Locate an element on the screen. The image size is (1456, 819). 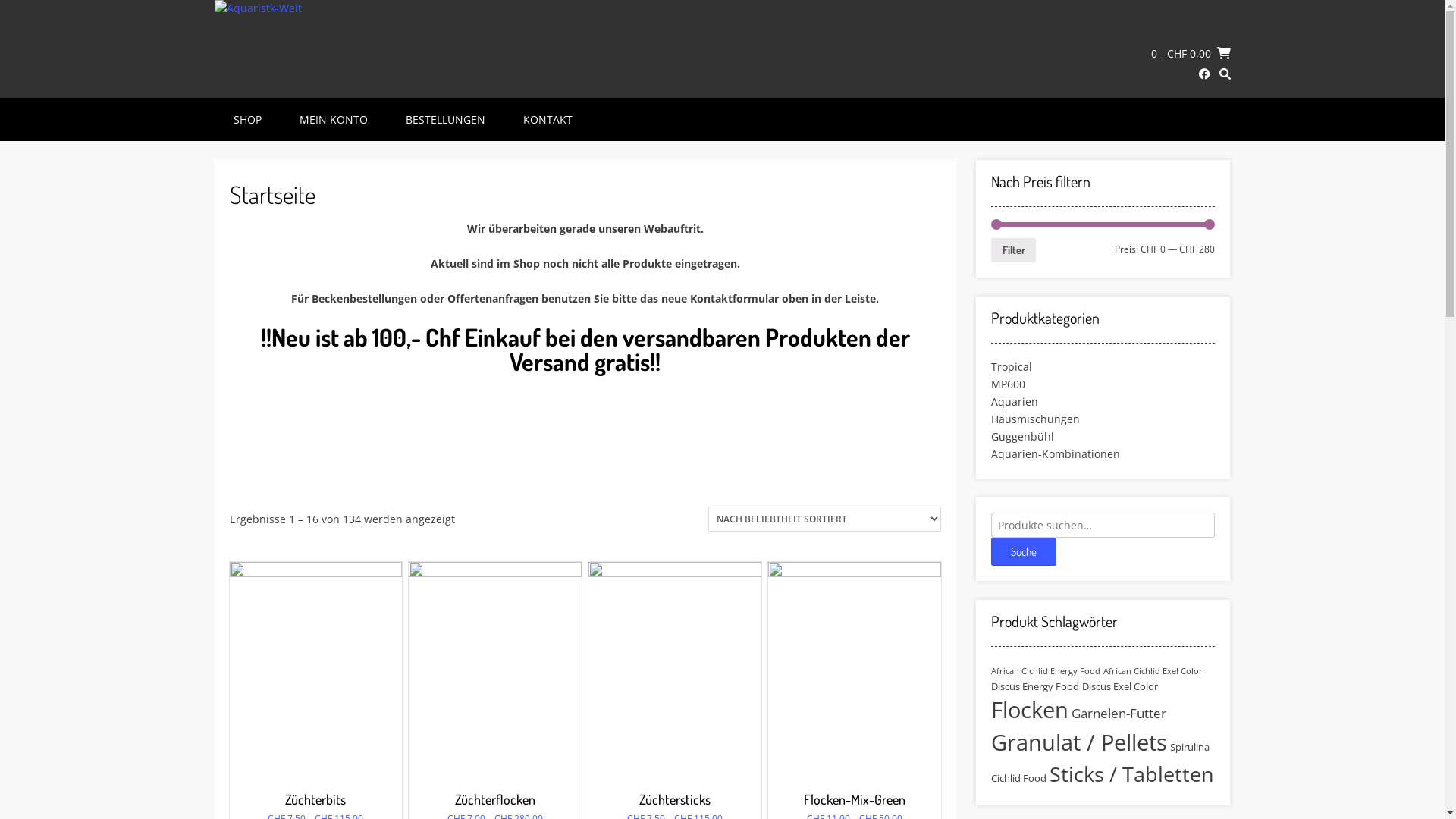
'Suche' is located at coordinates (1023, 551).